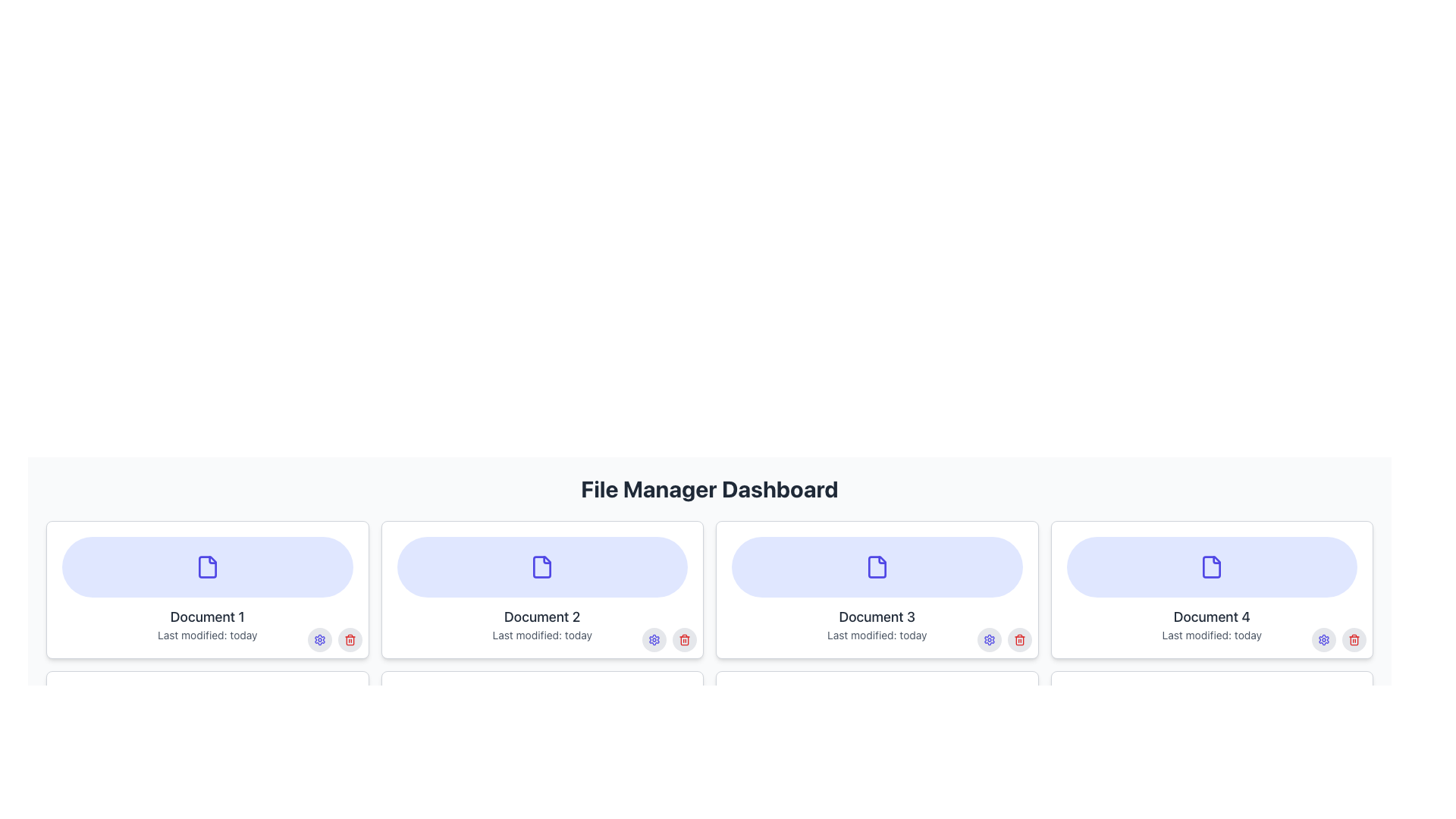 This screenshot has width=1456, height=819. I want to click on the circular gray button with a red trash can icon located at the bottom-right corner of the 'Document 3' card, so click(1019, 640).